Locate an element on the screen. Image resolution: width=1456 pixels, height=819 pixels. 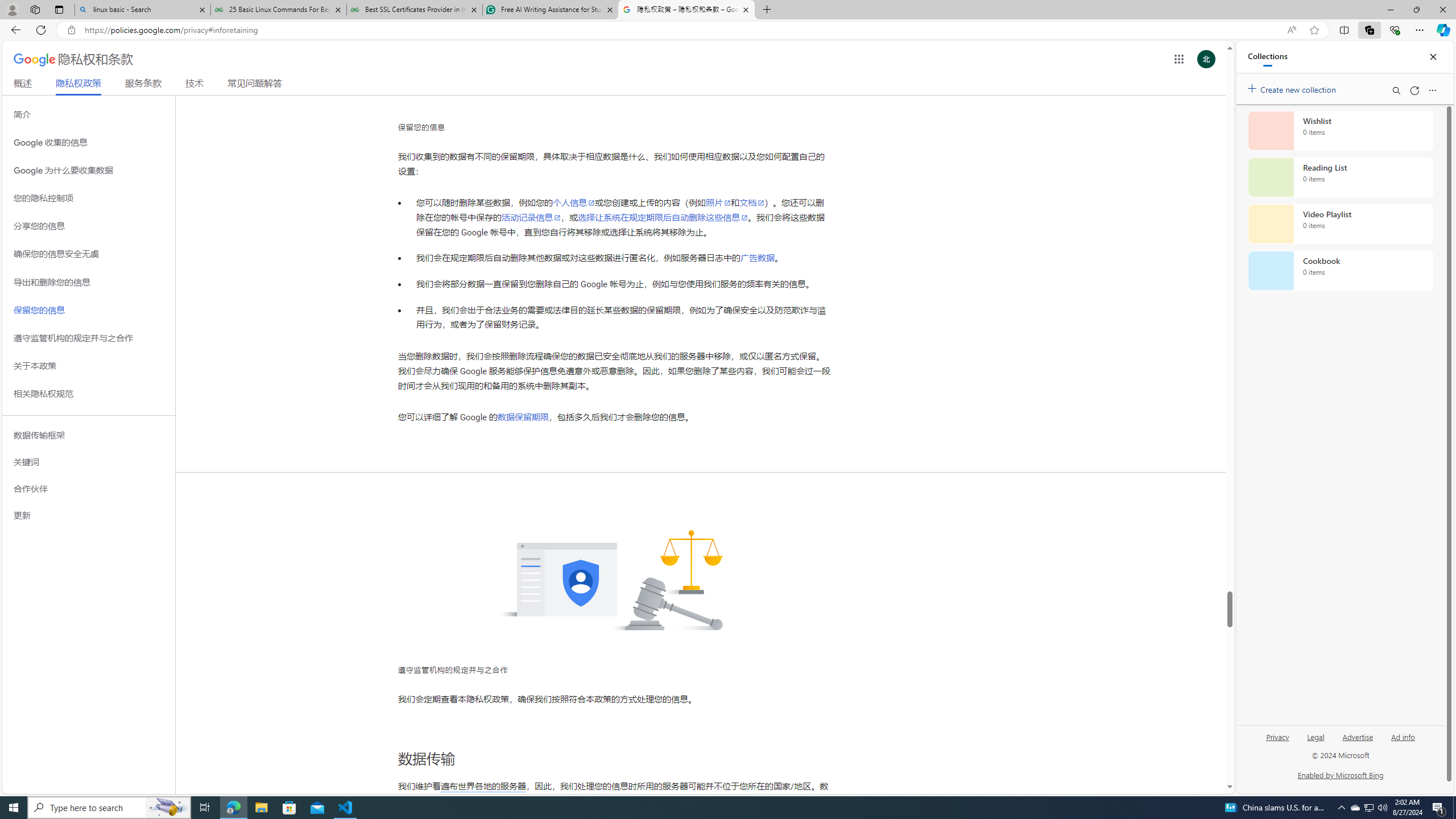
'Reading List collection, 0 items' is located at coordinates (1340, 176).